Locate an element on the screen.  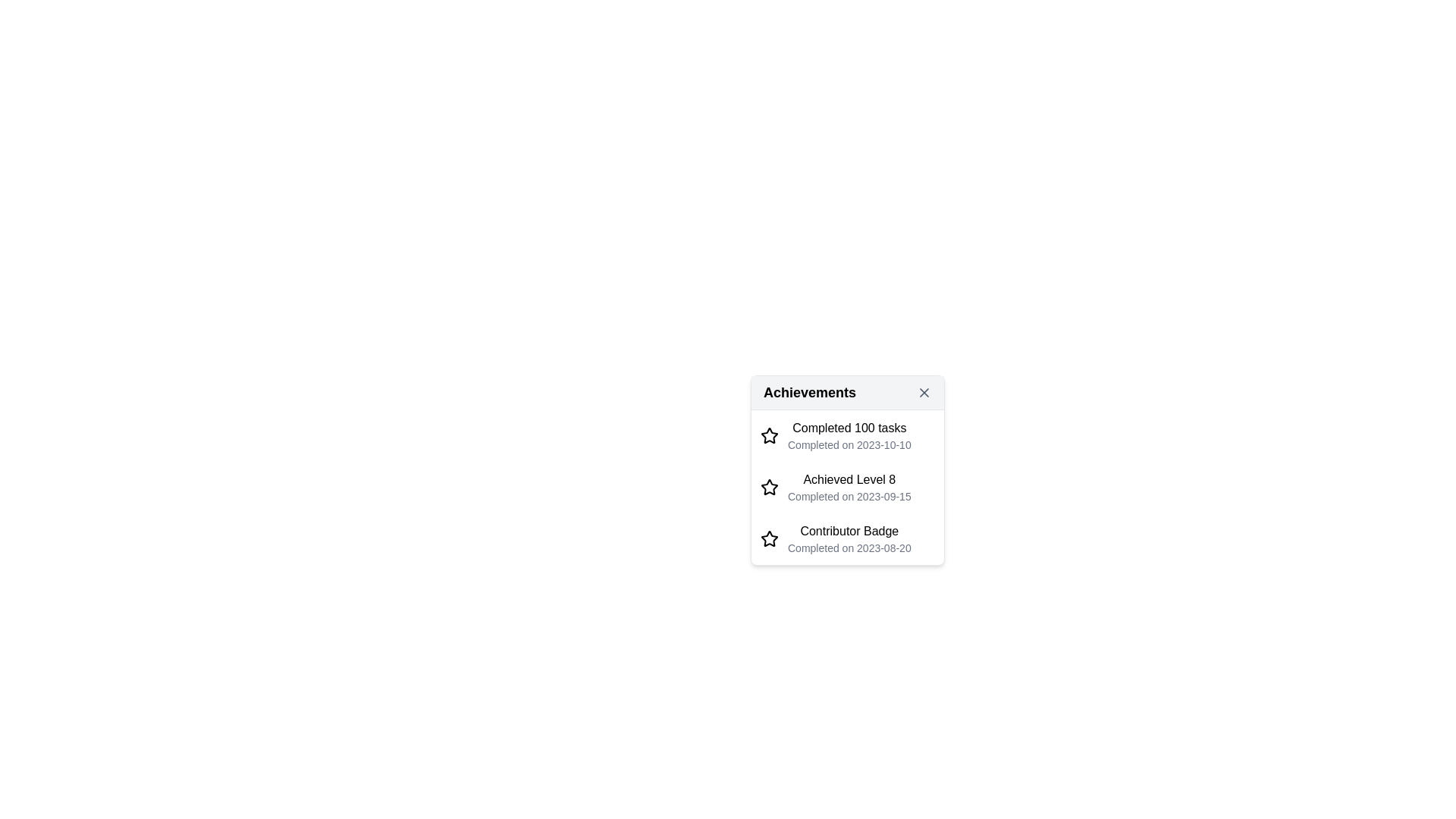
the text label displaying 'Completed on 2023-10-10', which is styled in gray and located below the title 'Completed 100 tasks' is located at coordinates (849, 444).